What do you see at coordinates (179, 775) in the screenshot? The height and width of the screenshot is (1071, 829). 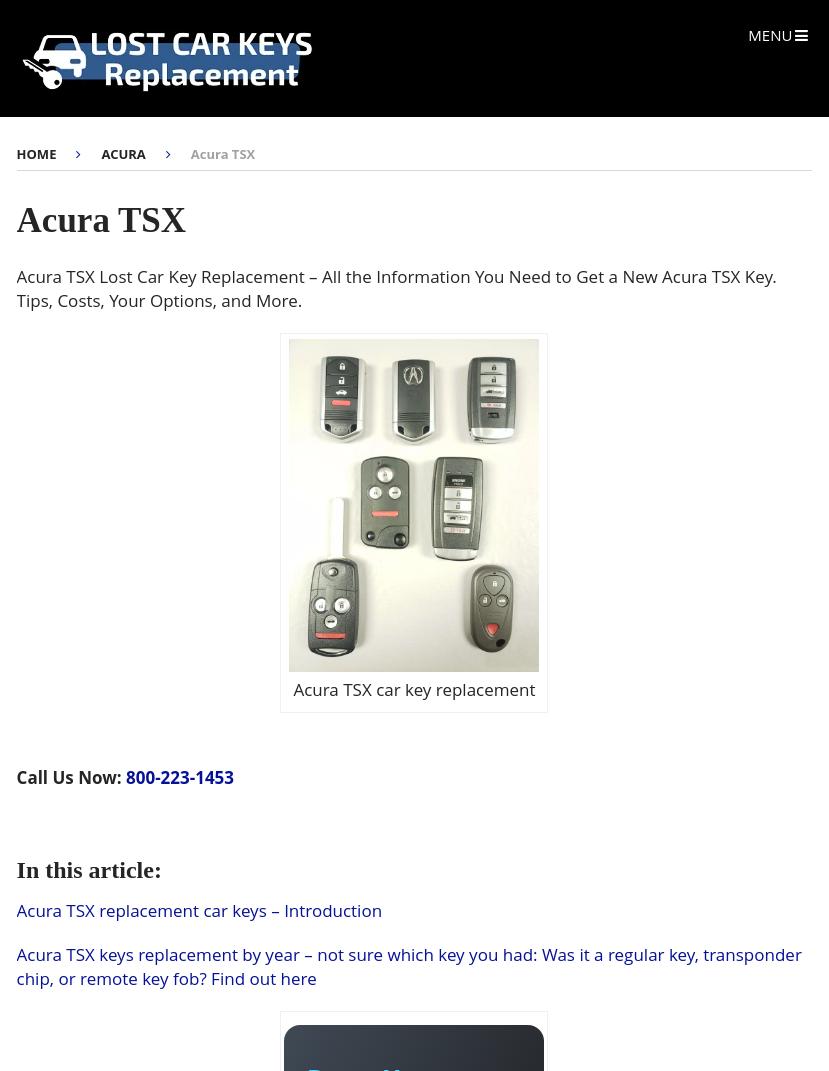 I see `'800-223-1453'` at bounding box center [179, 775].